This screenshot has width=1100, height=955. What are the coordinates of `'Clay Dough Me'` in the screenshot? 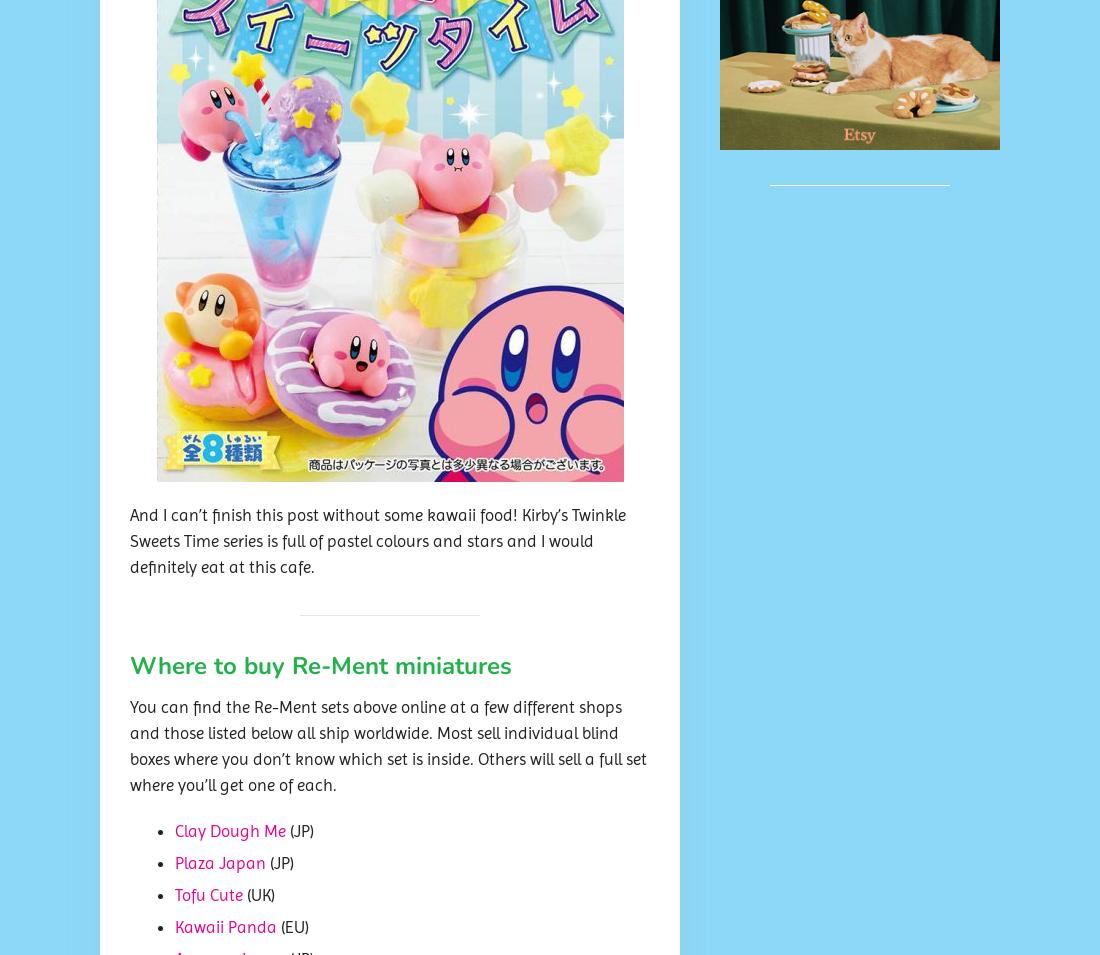 It's located at (230, 831).